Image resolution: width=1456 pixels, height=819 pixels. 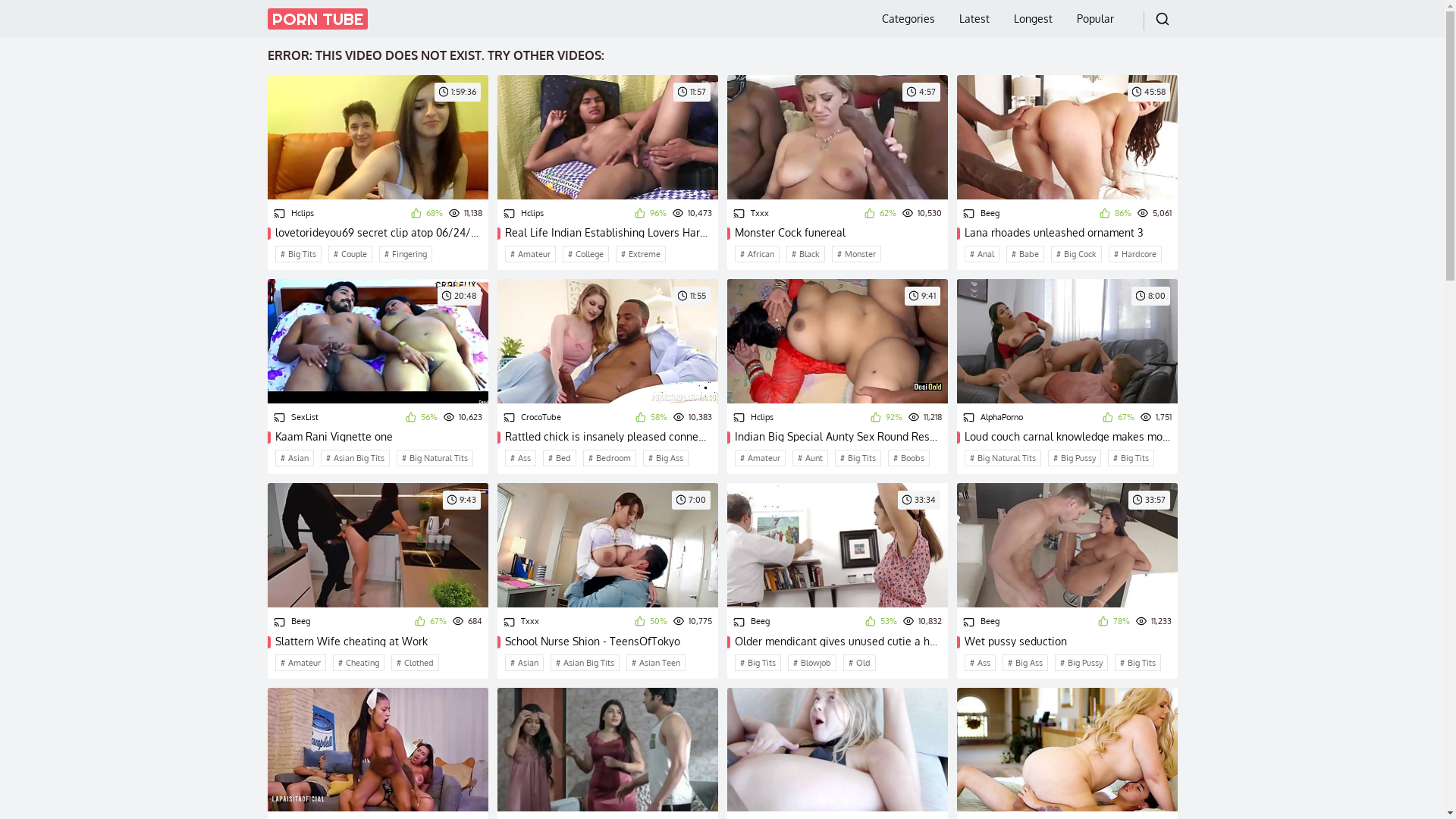 What do you see at coordinates (870, 18) in the screenshot?
I see `'Categories'` at bounding box center [870, 18].